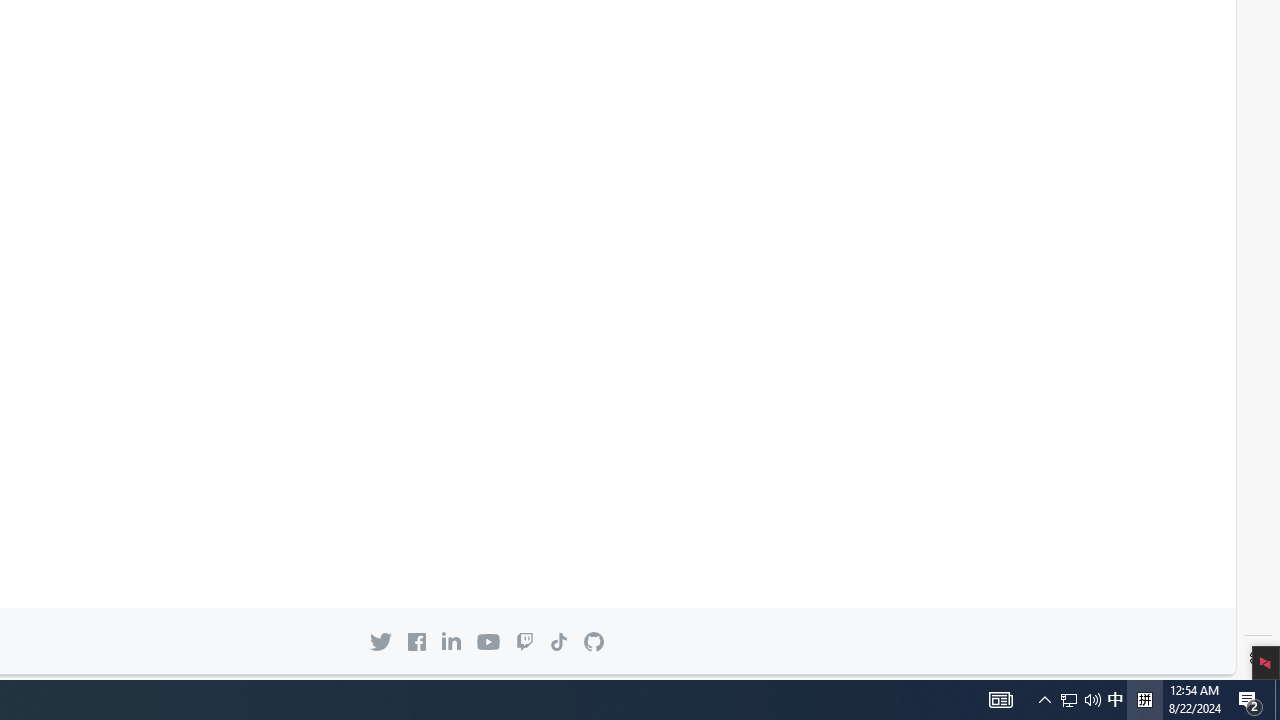 The width and height of the screenshot is (1280, 720). Describe the element at coordinates (380, 641) in the screenshot. I see `'Twitter icon'` at that location.